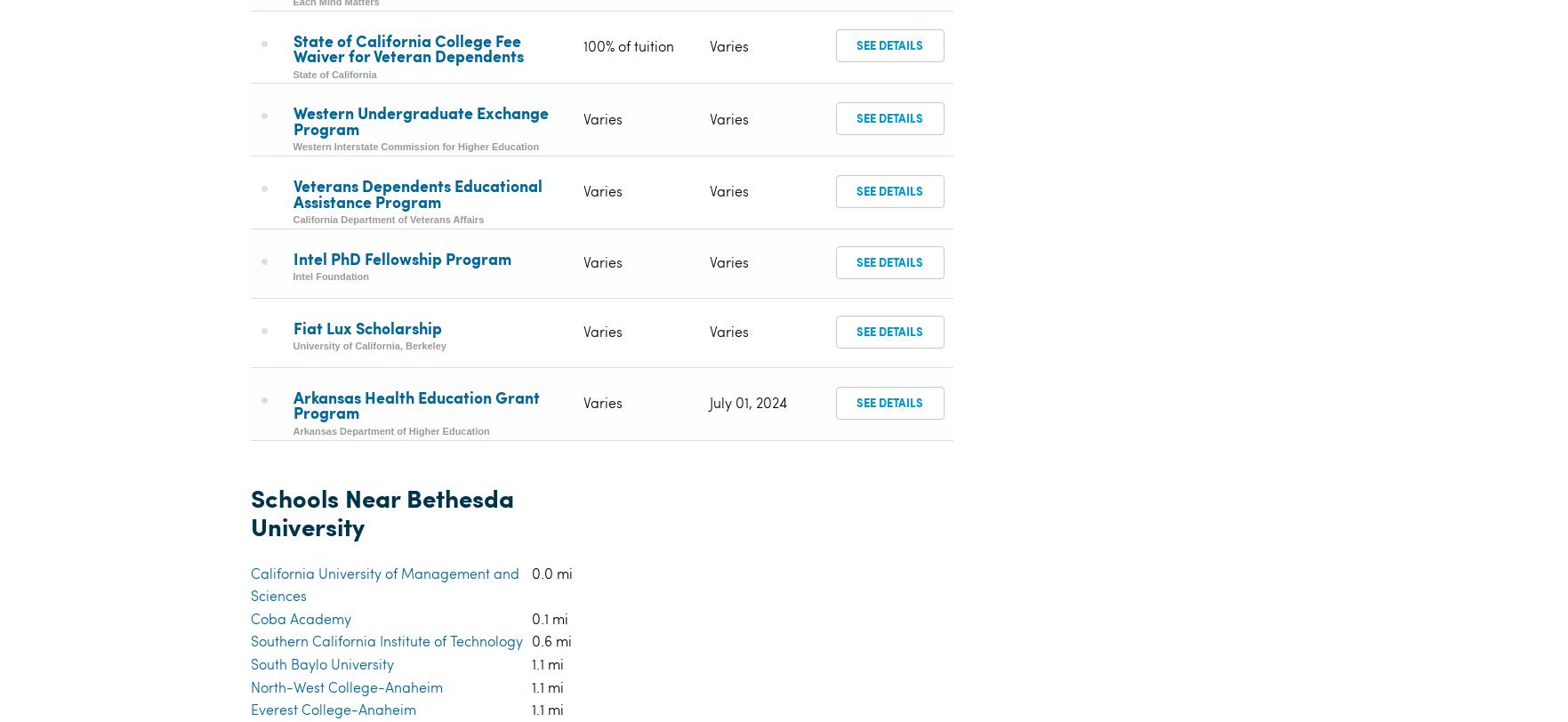 The image size is (1568, 722). I want to click on 'North-West College-Anaheim', so click(345, 326).